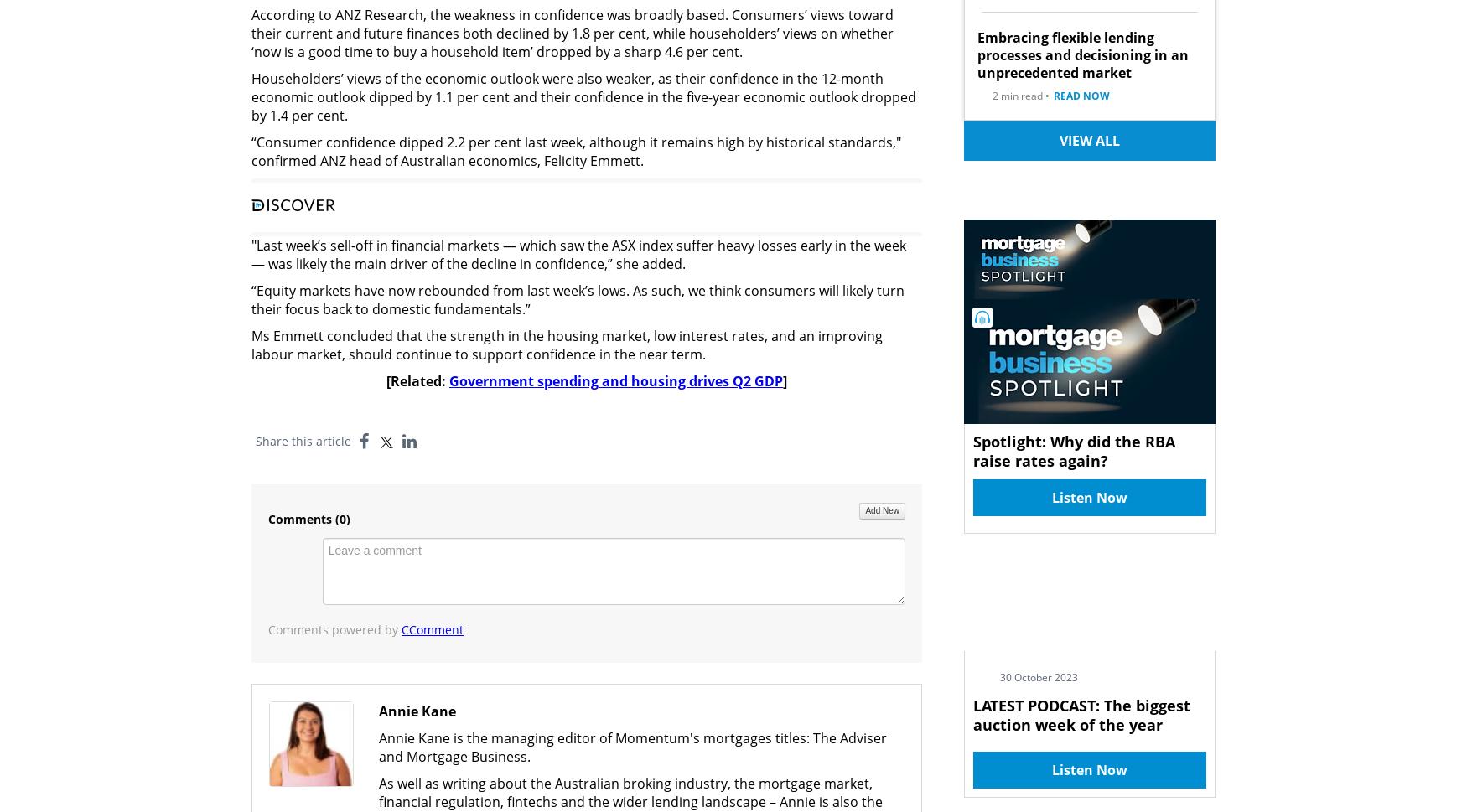  I want to click on ']', so click(784, 380).